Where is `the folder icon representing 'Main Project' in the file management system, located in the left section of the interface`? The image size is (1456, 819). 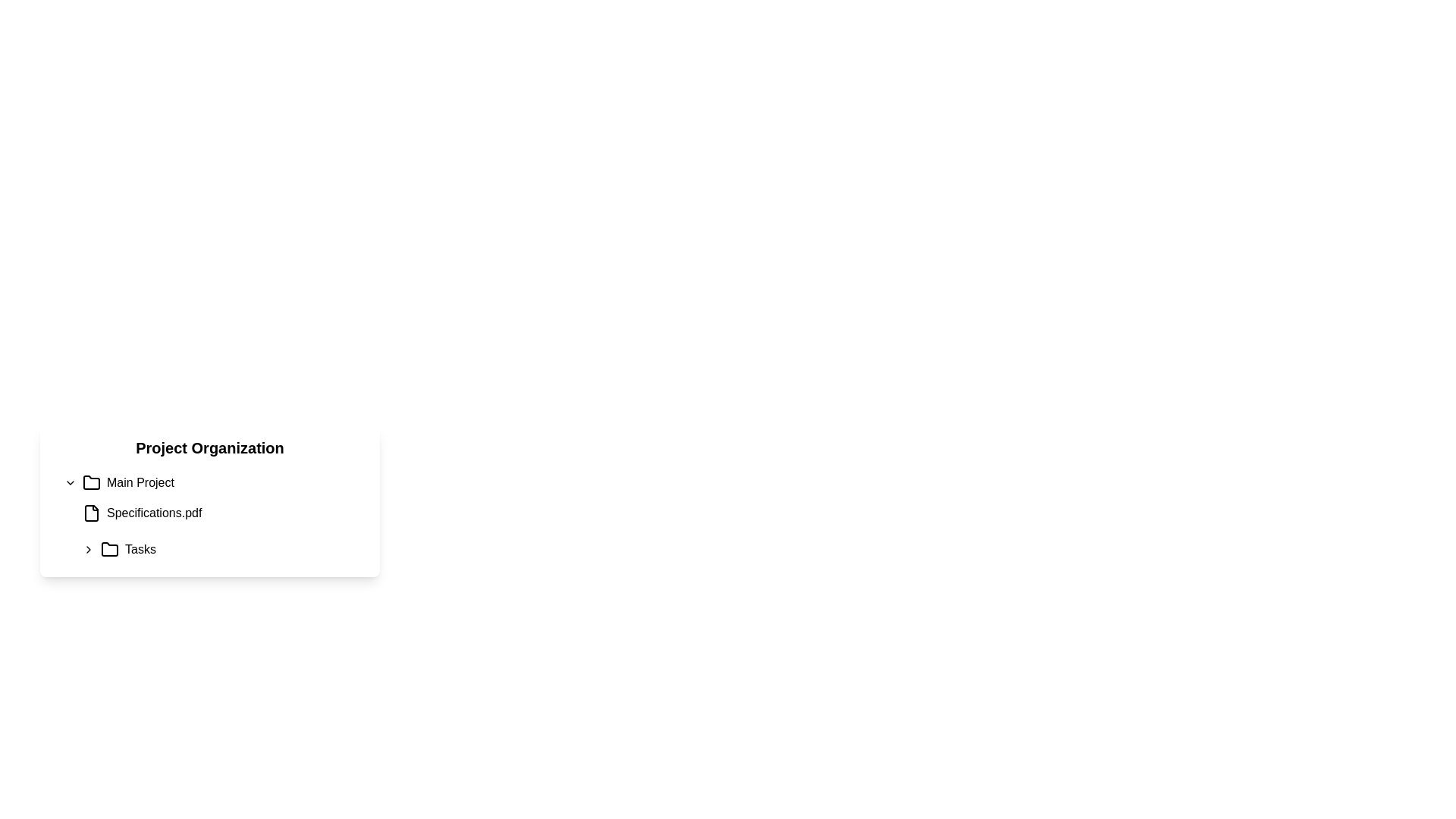
the folder icon representing 'Main Project' in the file management system, located in the left section of the interface is located at coordinates (90, 482).